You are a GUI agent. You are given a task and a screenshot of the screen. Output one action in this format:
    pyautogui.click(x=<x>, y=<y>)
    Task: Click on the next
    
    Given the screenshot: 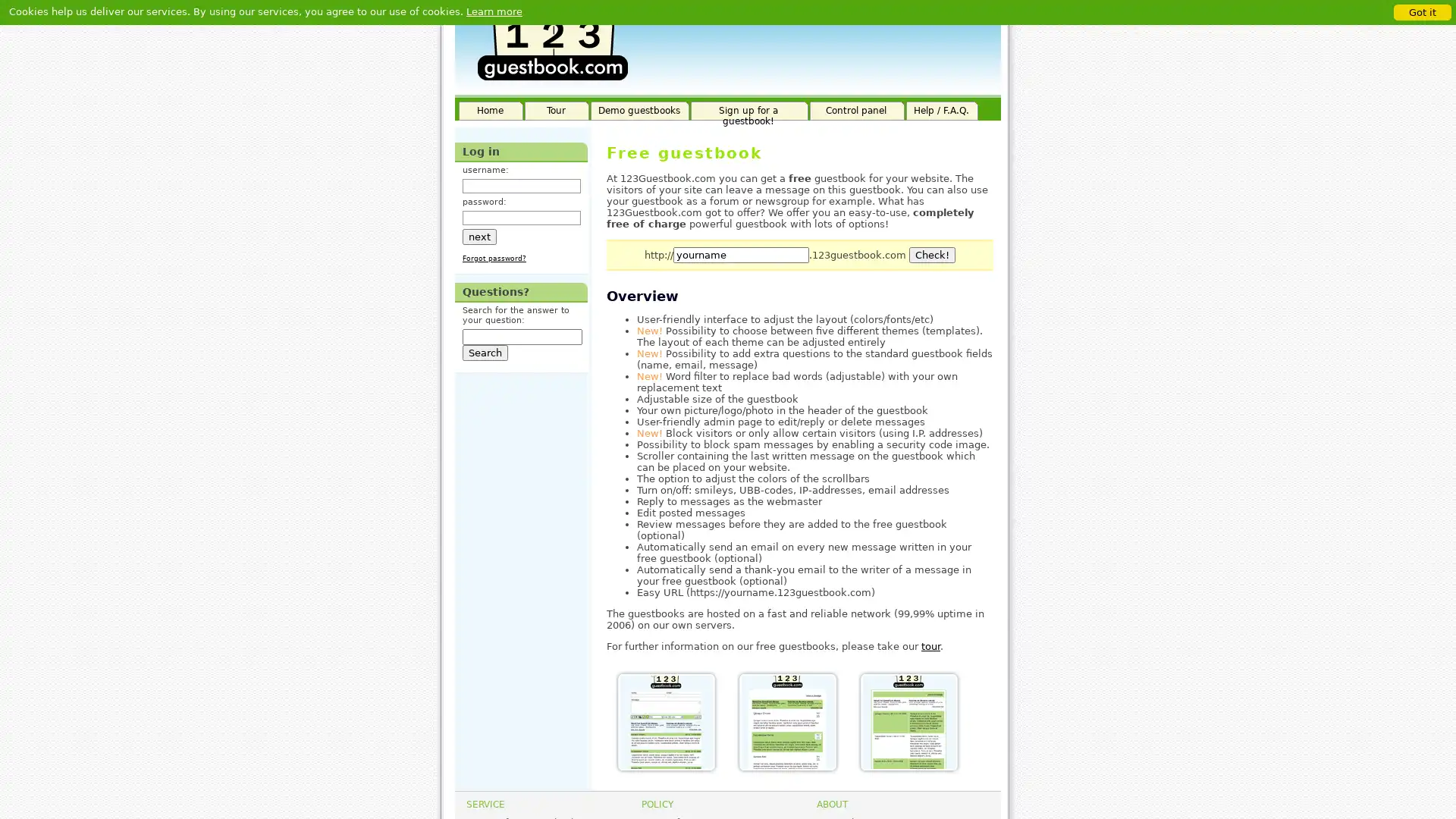 What is the action you would take?
    pyautogui.click(x=479, y=236)
    